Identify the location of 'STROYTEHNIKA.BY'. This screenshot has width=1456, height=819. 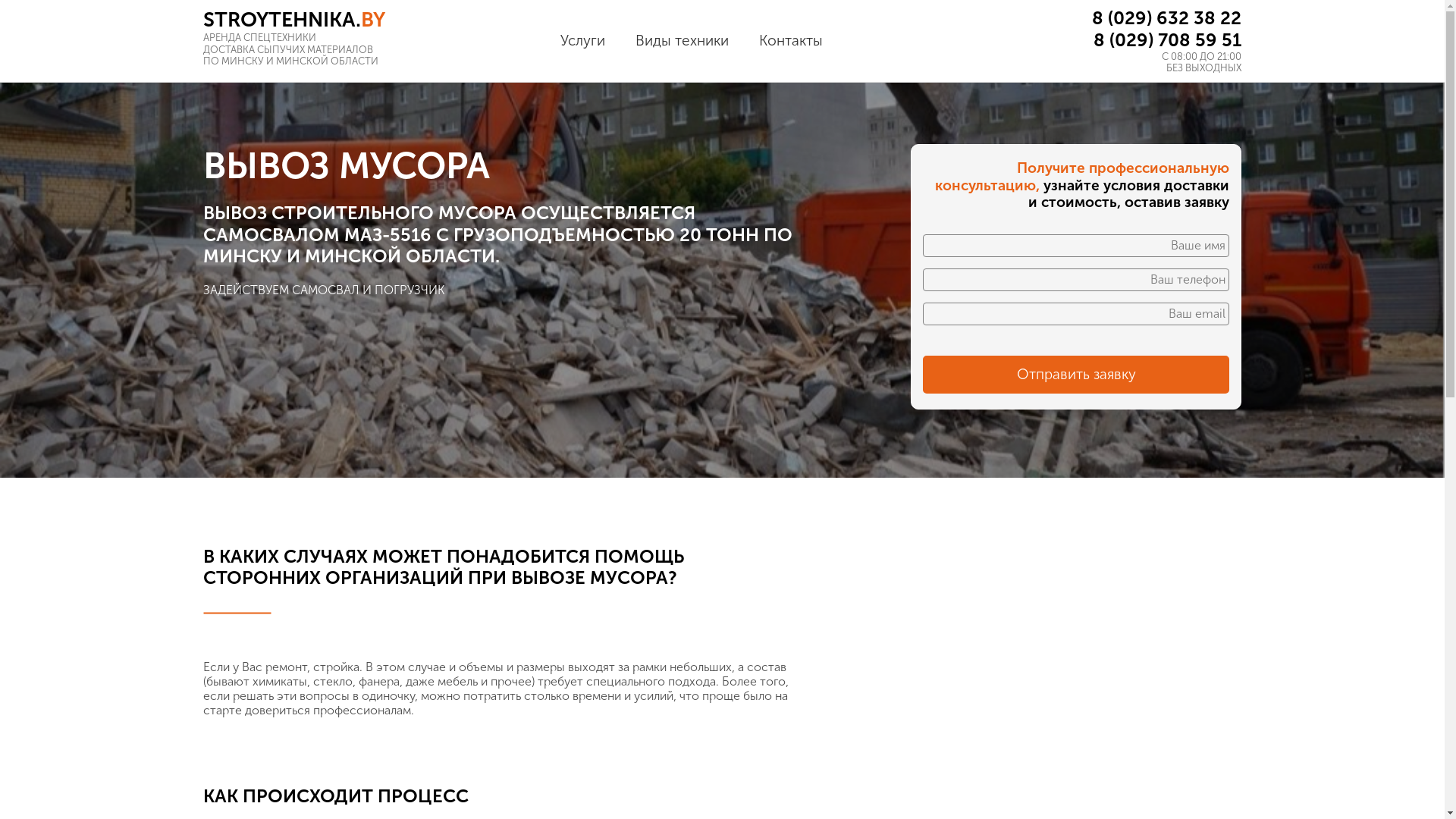
(202, 20).